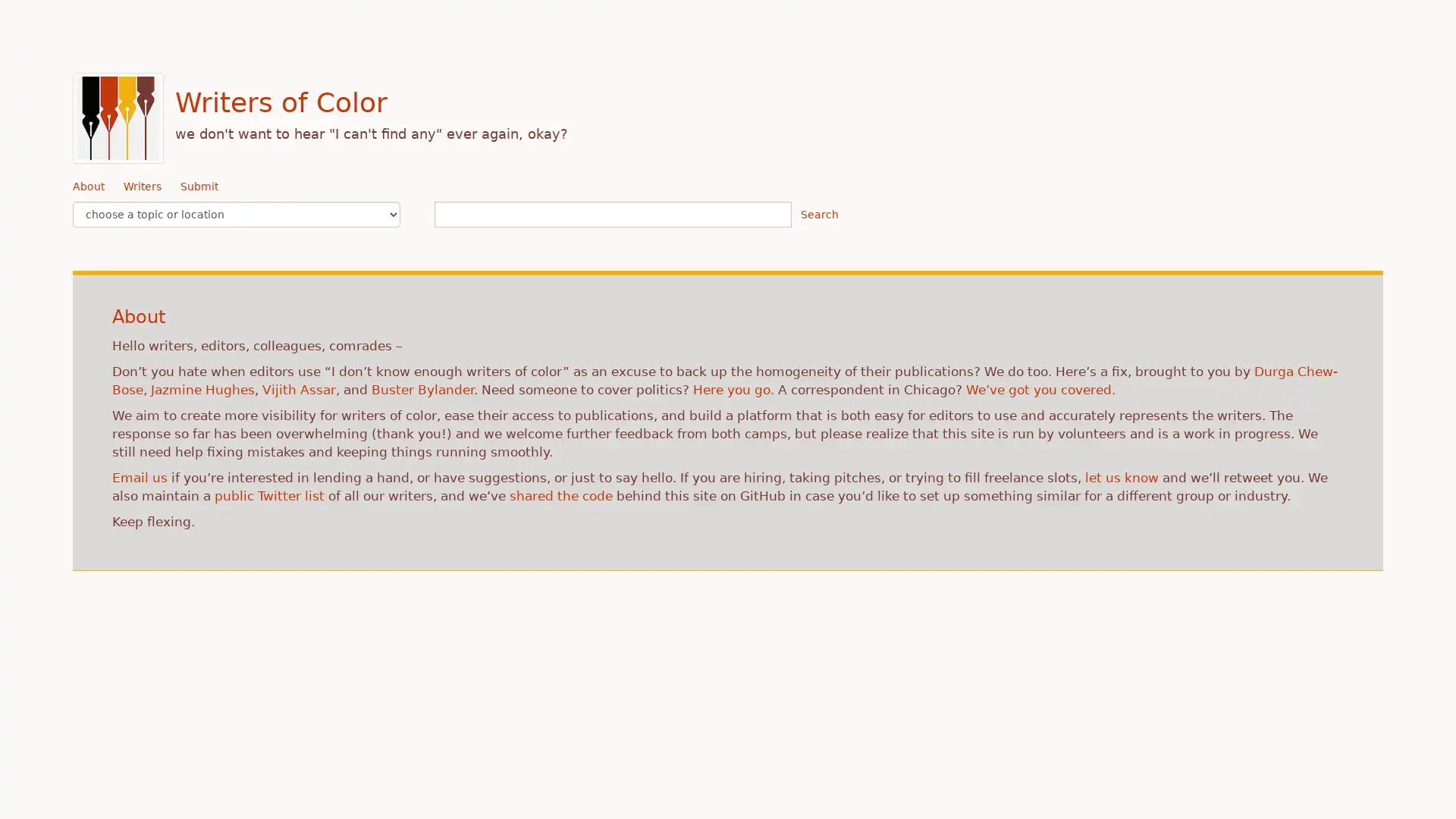 The height and width of the screenshot is (819, 1456). What do you see at coordinates (818, 214) in the screenshot?
I see `Search` at bounding box center [818, 214].